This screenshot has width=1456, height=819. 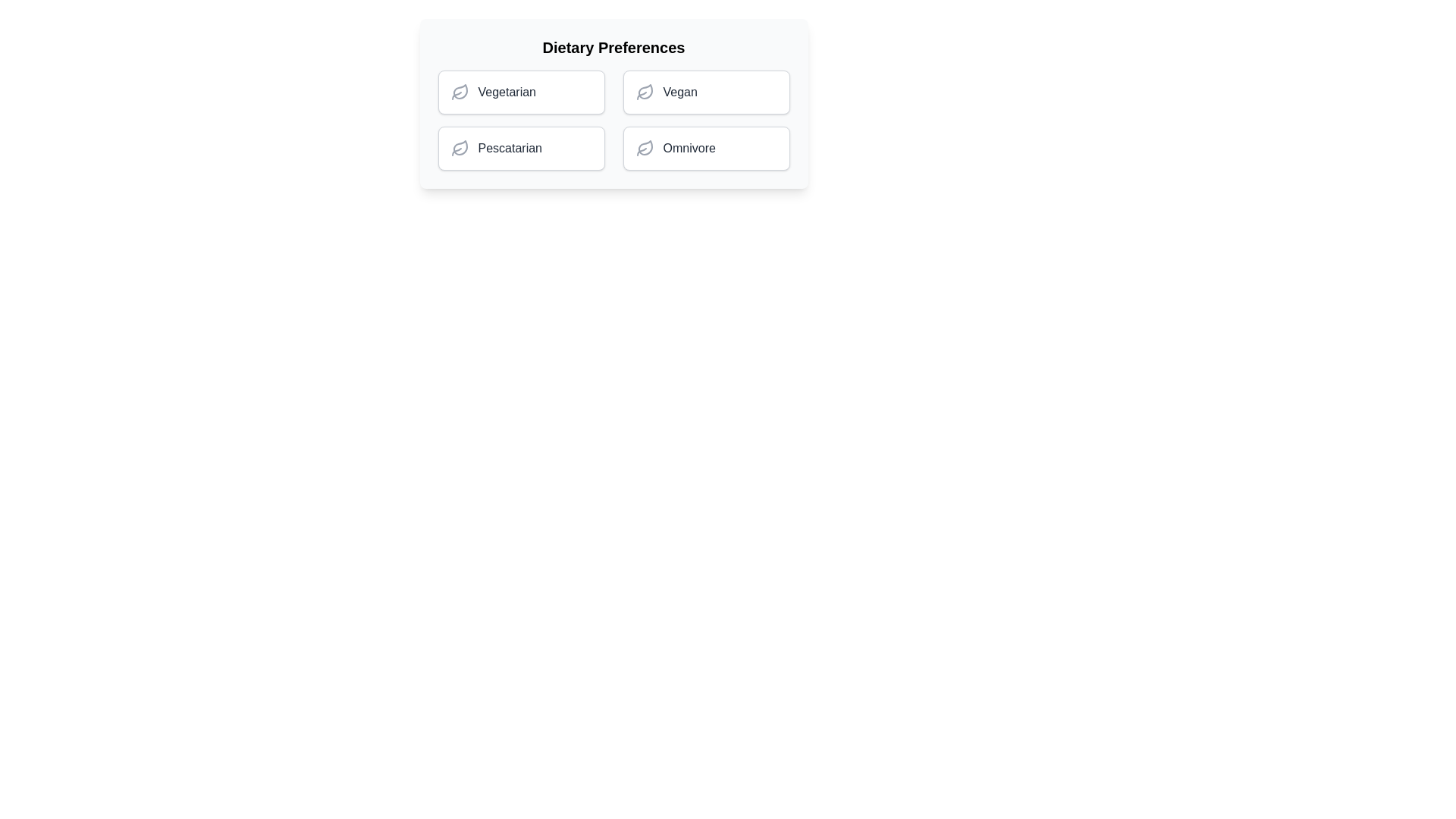 What do you see at coordinates (521, 149) in the screenshot?
I see `the 'Pescatarian' button, which is a rectangular button with a white background, gray borders, rounded corners, and a leaf icon on the left` at bounding box center [521, 149].